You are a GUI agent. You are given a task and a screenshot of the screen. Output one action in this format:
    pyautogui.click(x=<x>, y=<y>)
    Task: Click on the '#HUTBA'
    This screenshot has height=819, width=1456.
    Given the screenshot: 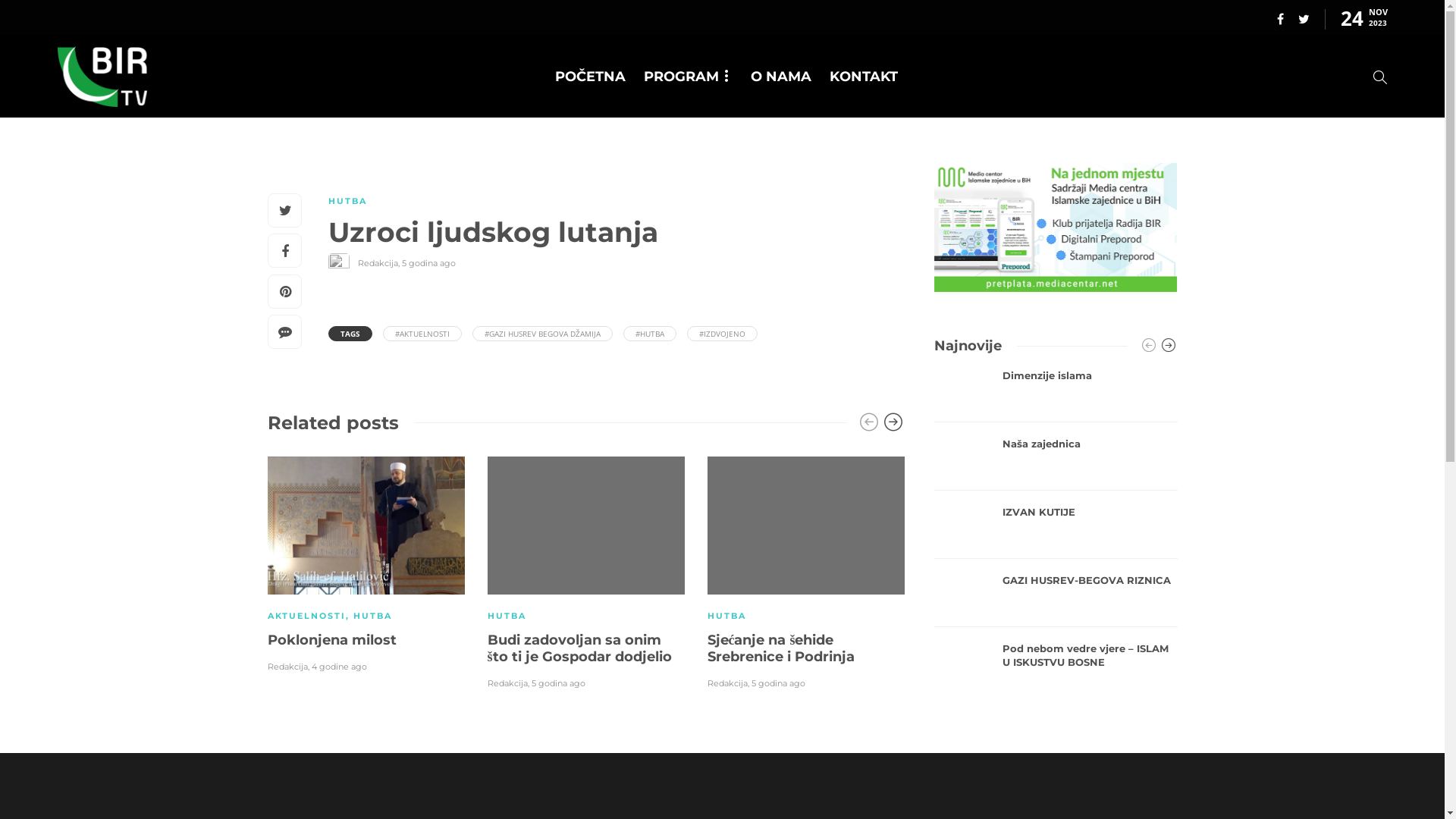 What is the action you would take?
    pyautogui.click(x=623, y=332)
    